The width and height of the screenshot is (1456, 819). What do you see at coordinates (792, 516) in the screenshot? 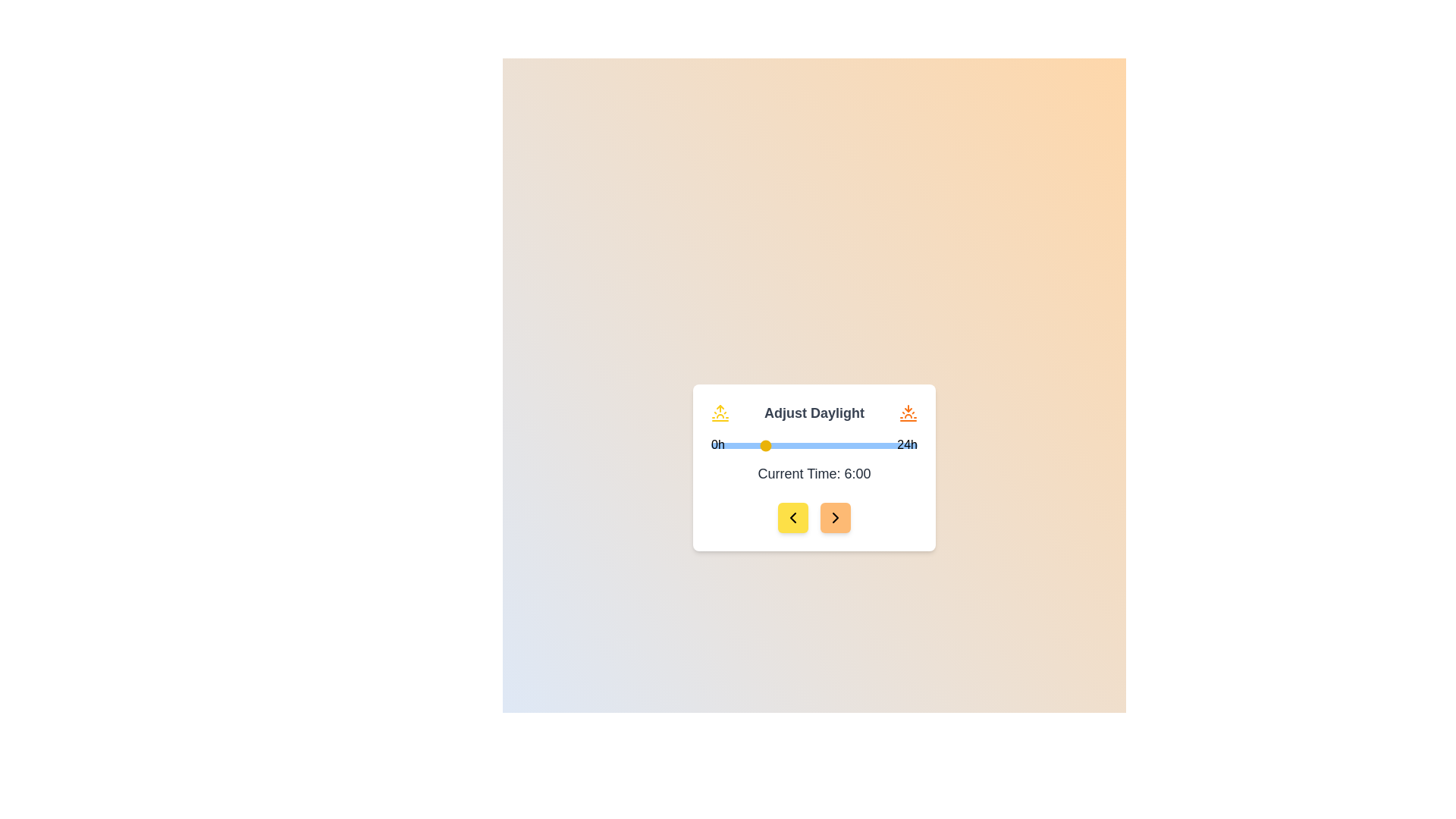
I see `the left button to decrement the time` at bounding box center [792, 516].